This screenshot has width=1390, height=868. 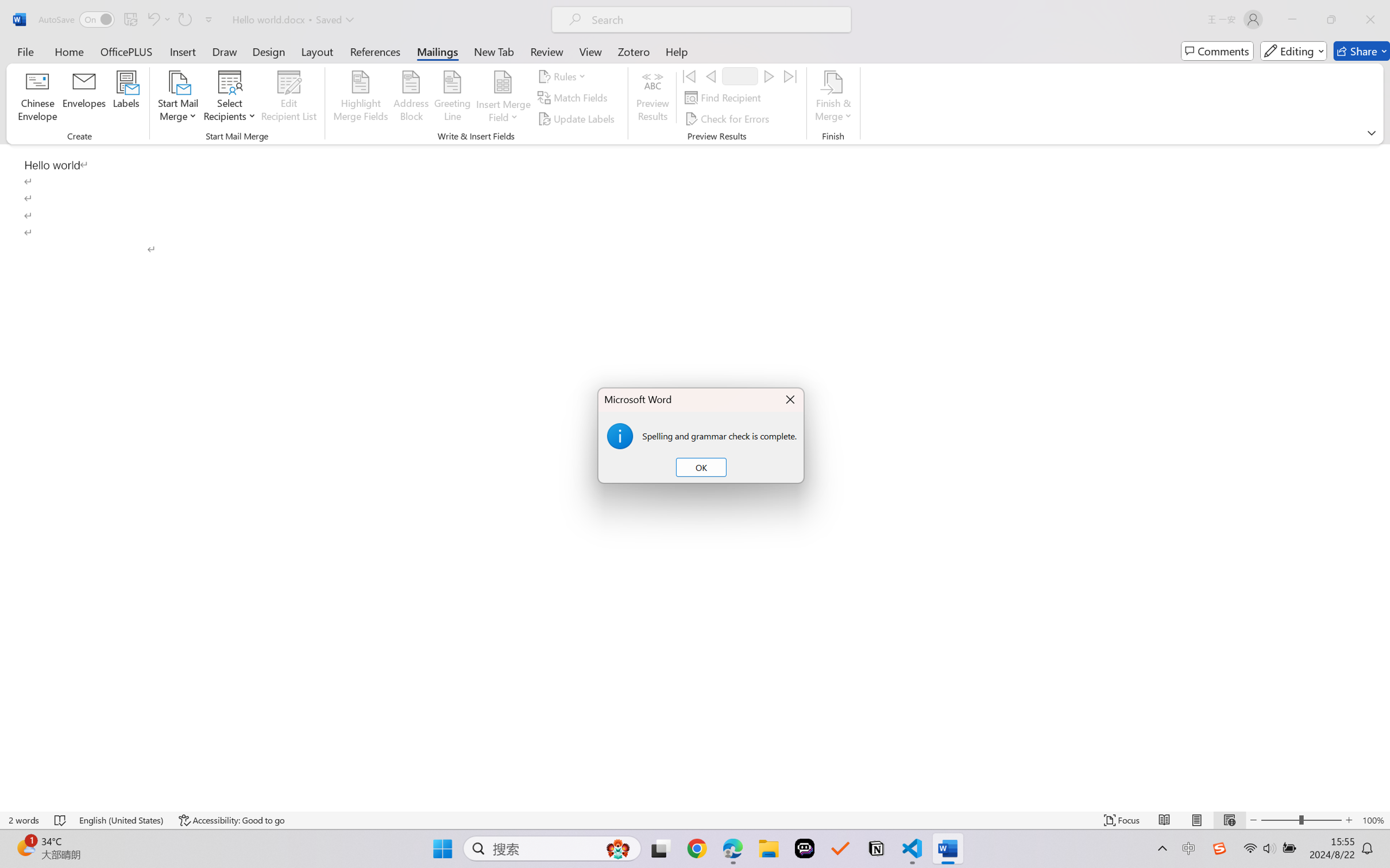 I want to click on 'Design', so click(x=268, y=51).